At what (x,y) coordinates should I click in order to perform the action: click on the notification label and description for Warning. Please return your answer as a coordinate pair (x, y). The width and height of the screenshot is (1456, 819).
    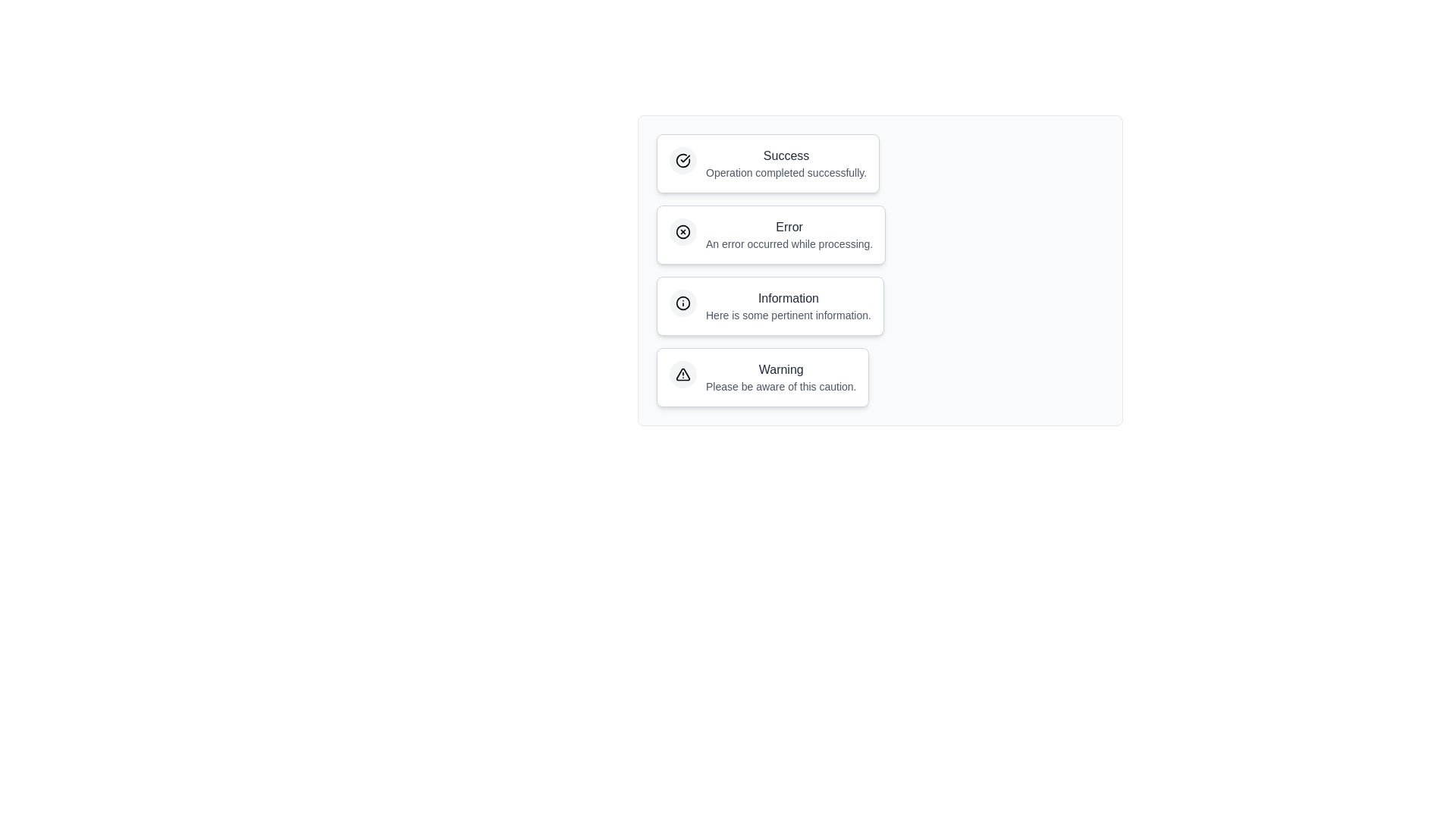
    Looking at the image, I should click on (763, 376).